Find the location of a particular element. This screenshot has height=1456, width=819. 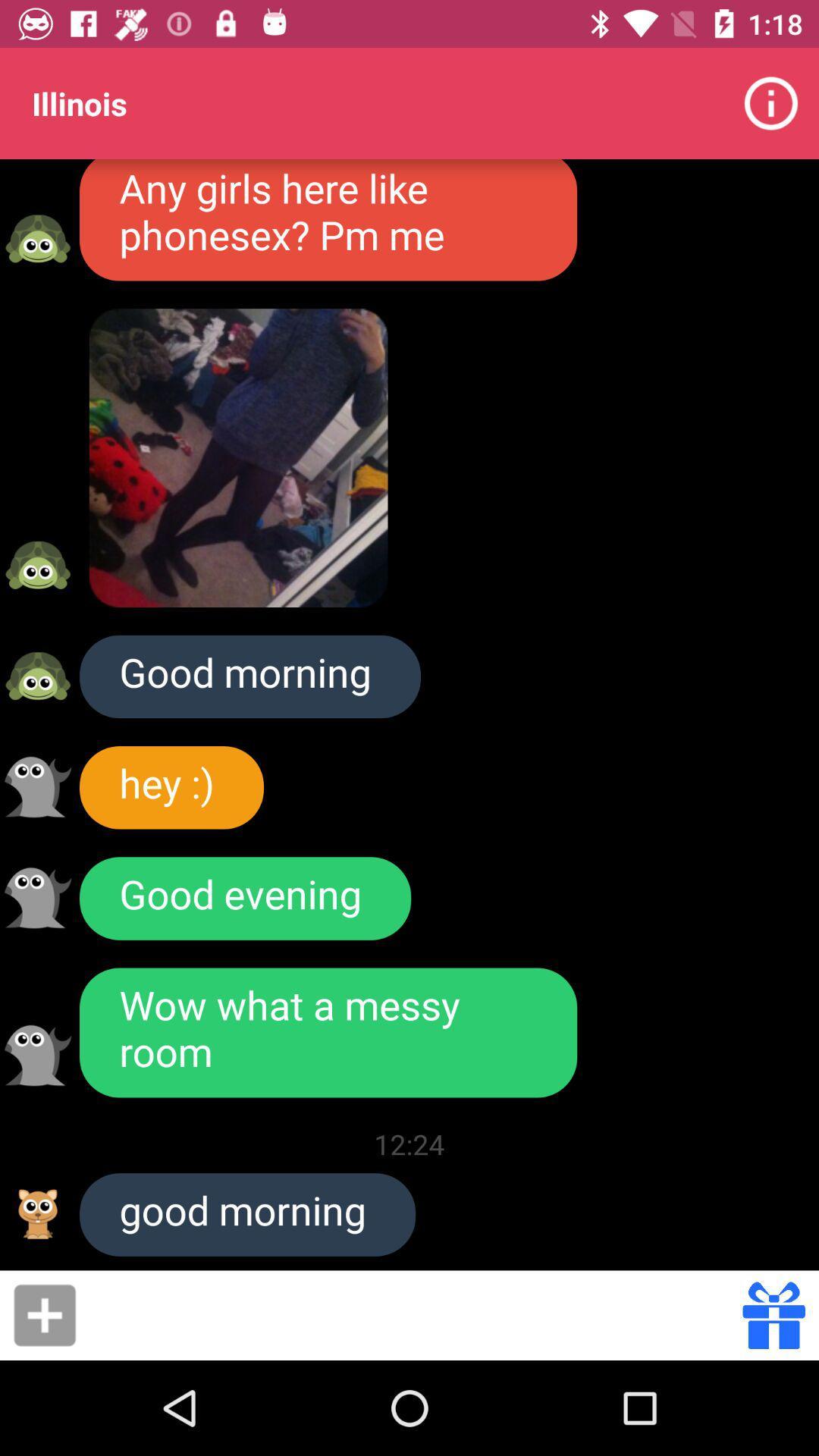

hey :) is located at coordinates (171, 787).